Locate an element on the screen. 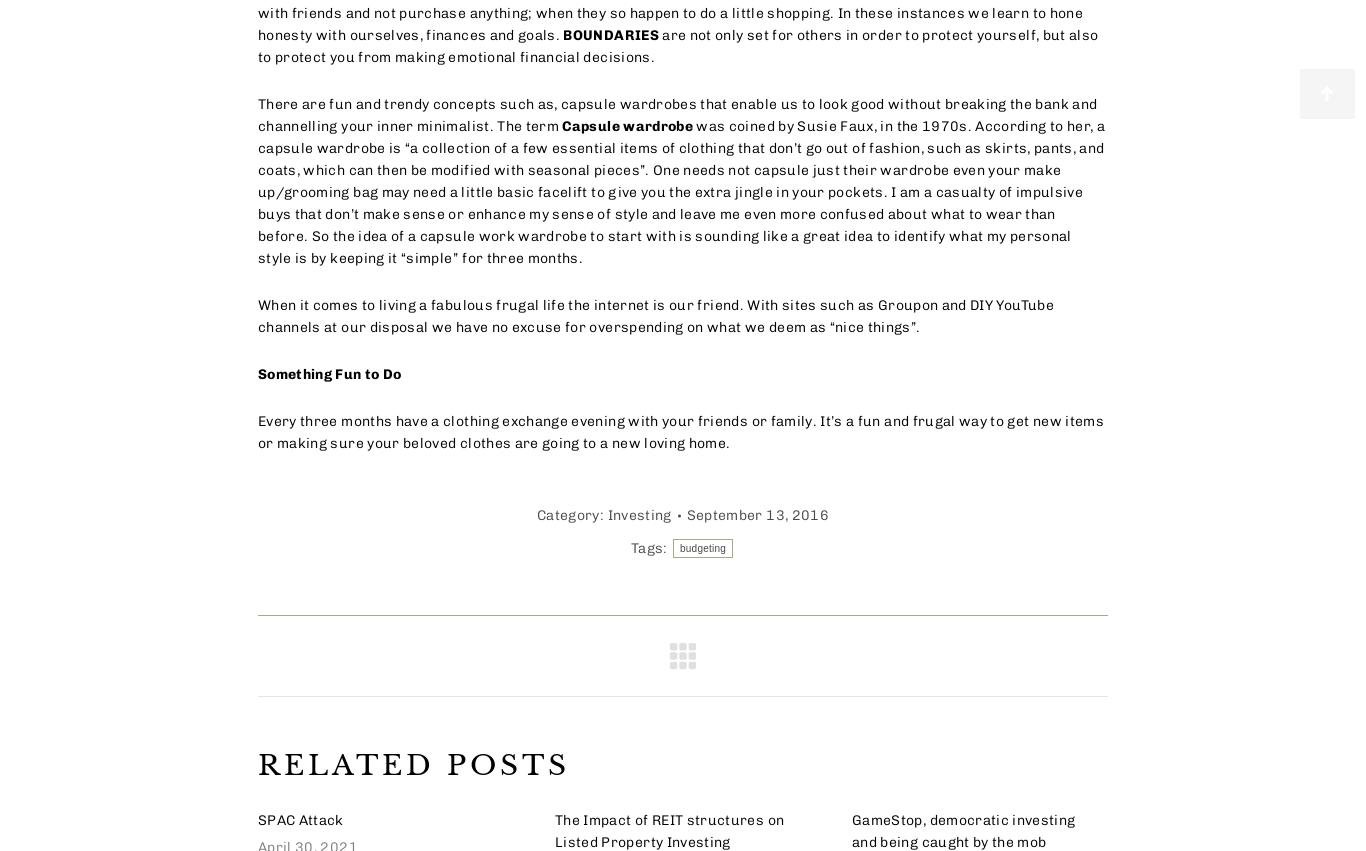 The image size is (1366, 851). 'September 13, 2016' is located at coordinates (686, 515).